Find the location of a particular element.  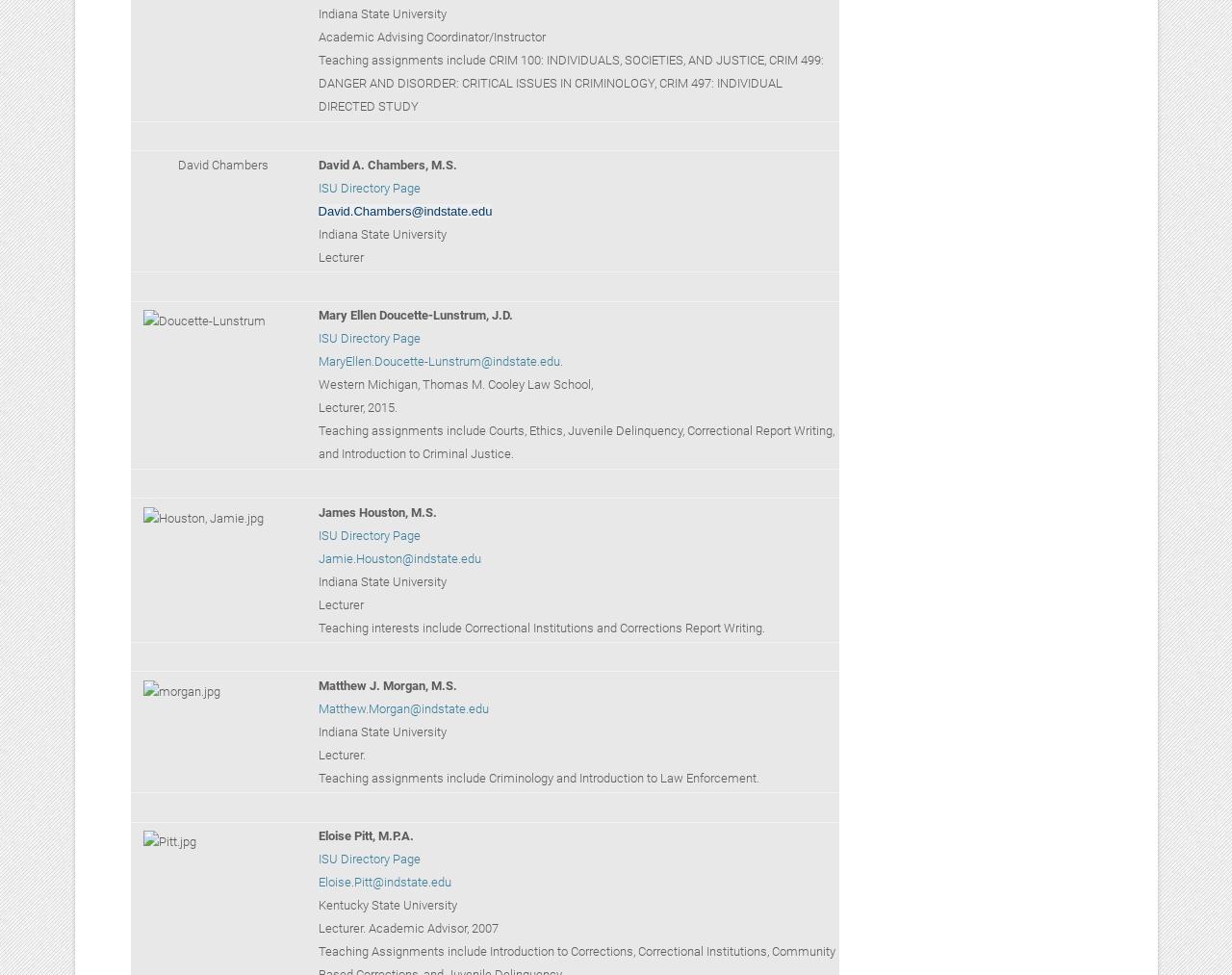

'Jamie.Houston@indstate.edu' is located at coordinates (398, 557).